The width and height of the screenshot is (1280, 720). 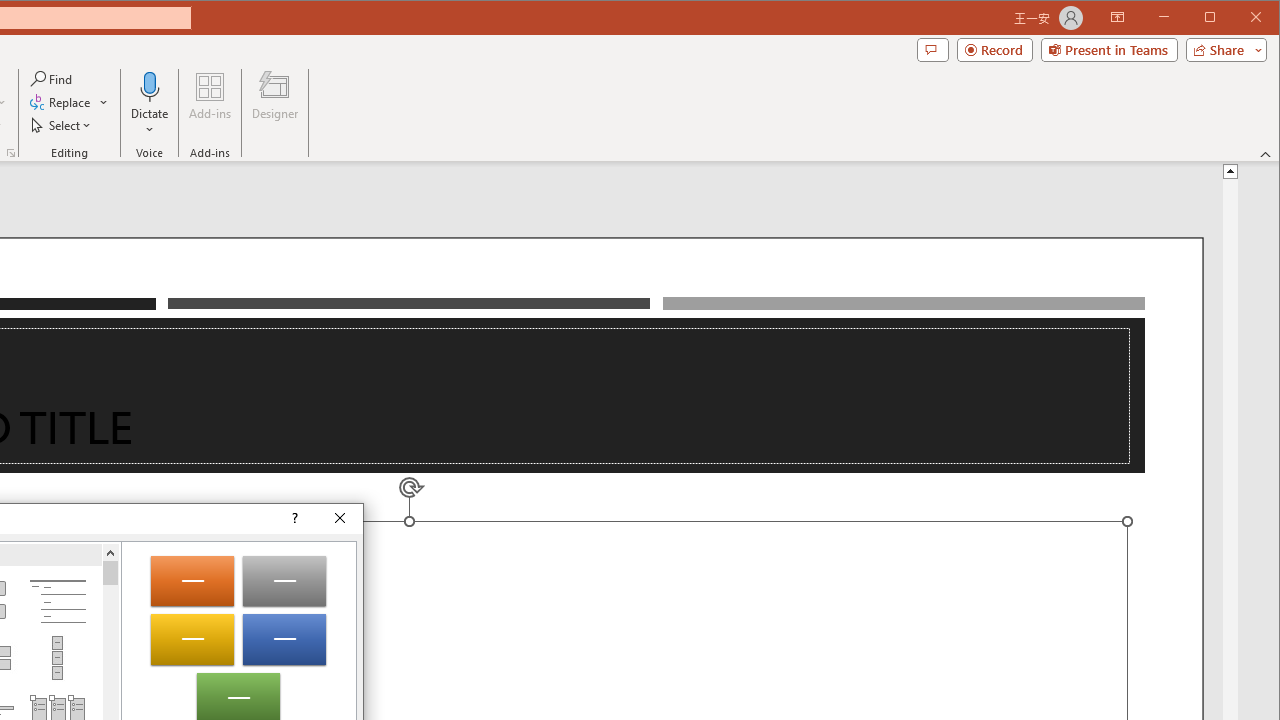 What do you see at coordinates (292, 518) in the screenshot?
I see `'Context help'` at bounding box center [292, 518].